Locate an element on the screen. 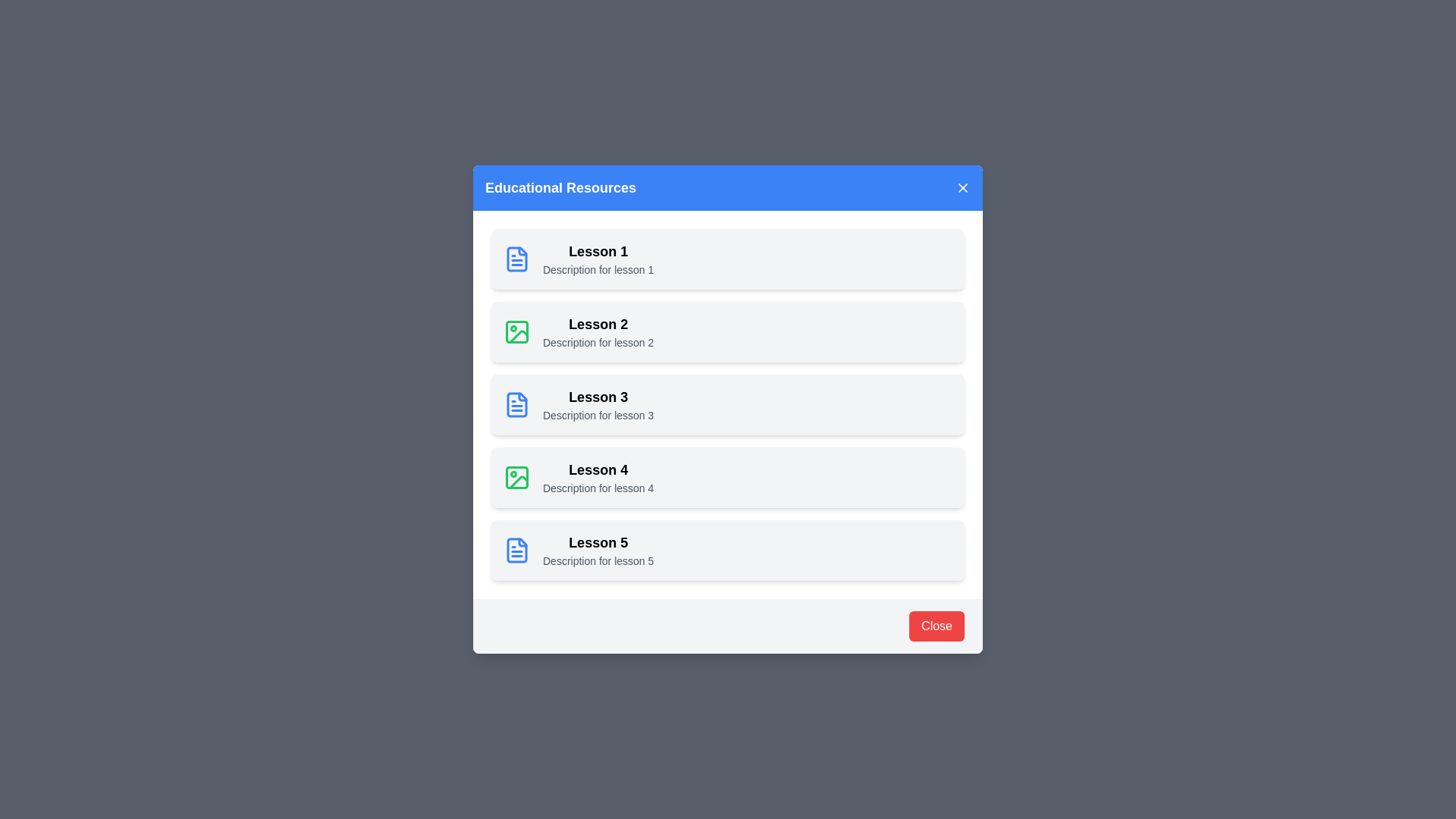  the 'Close' button to close the dialog is located at coordinates (935, 626).